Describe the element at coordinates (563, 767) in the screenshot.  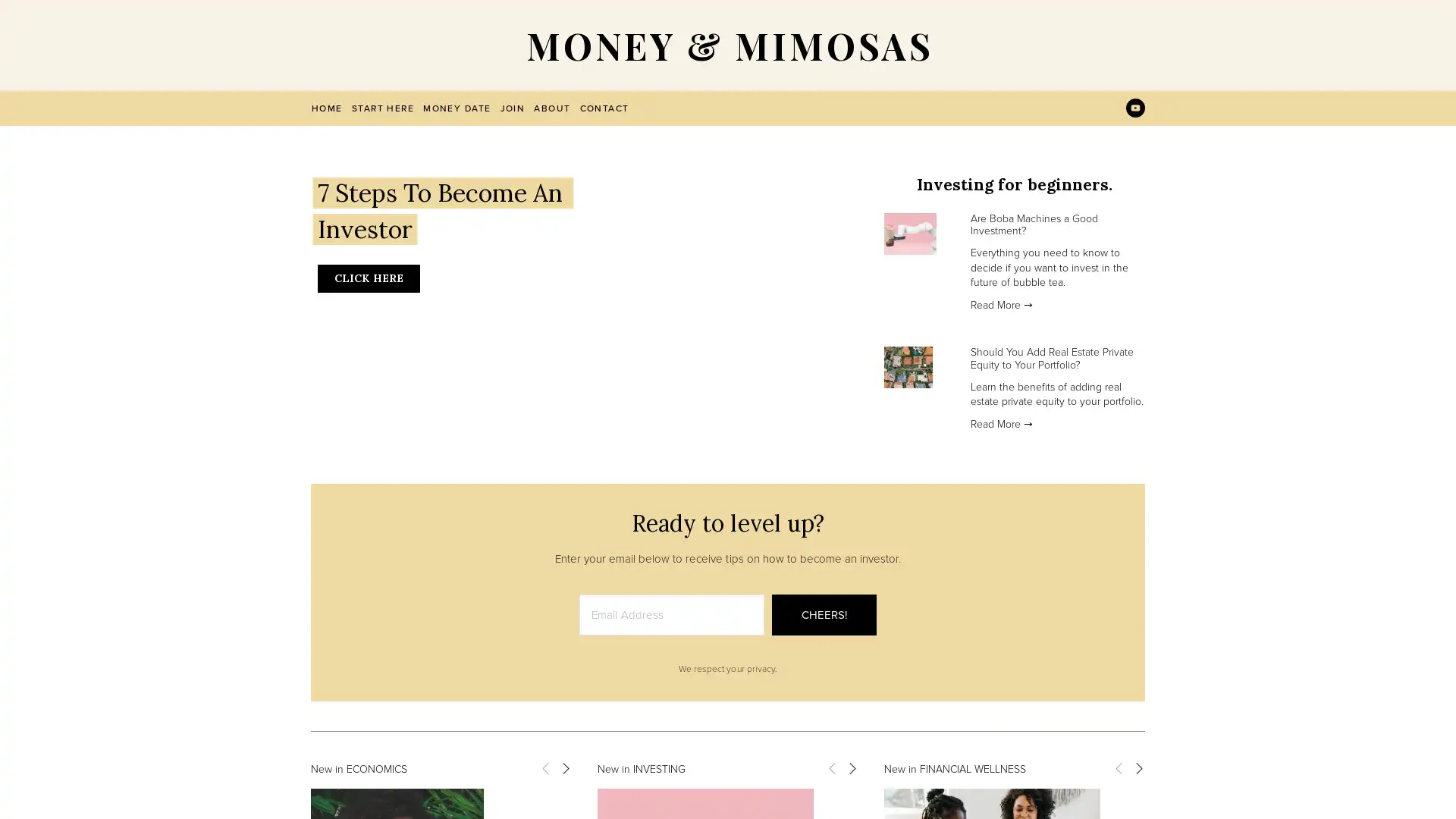
I see `Next` at that location.